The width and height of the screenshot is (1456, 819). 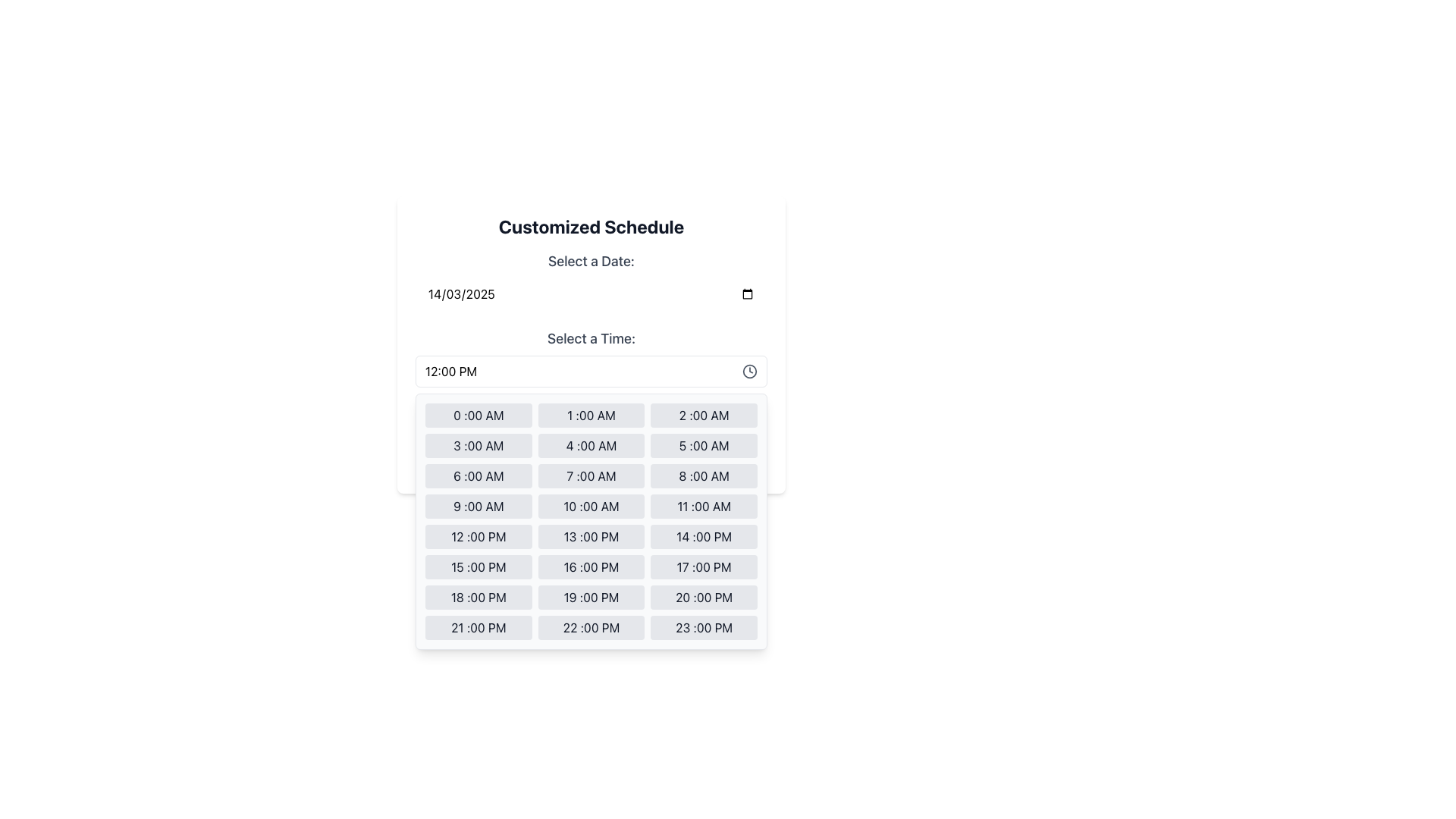 What do you see at coordinates (450, 371) in the screenshot?
I see `the time indicator displaying '12:00 PM' for additional information` at bounding box center [450, 371].